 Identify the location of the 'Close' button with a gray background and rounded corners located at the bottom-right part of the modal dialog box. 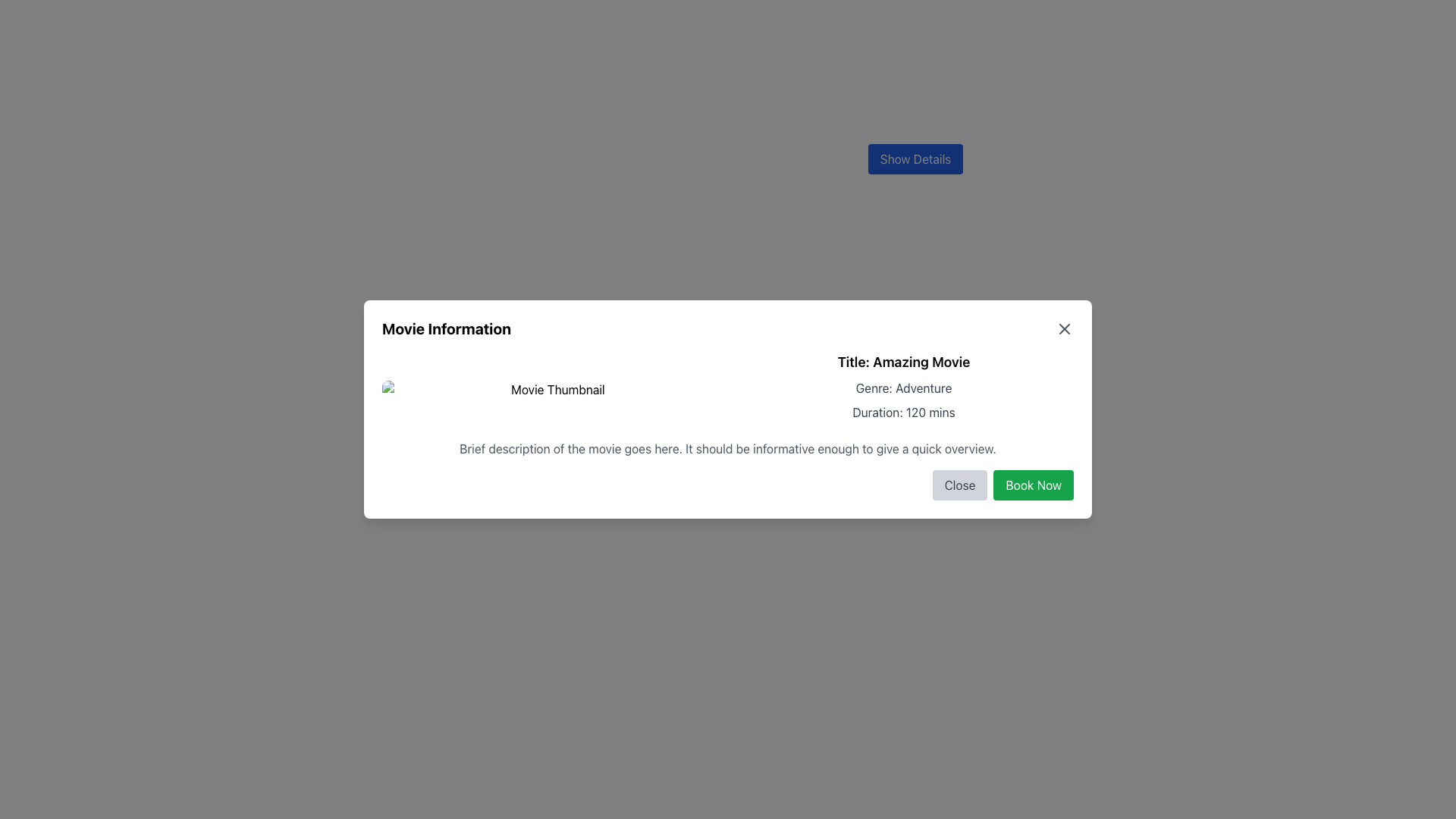
(959, 485).